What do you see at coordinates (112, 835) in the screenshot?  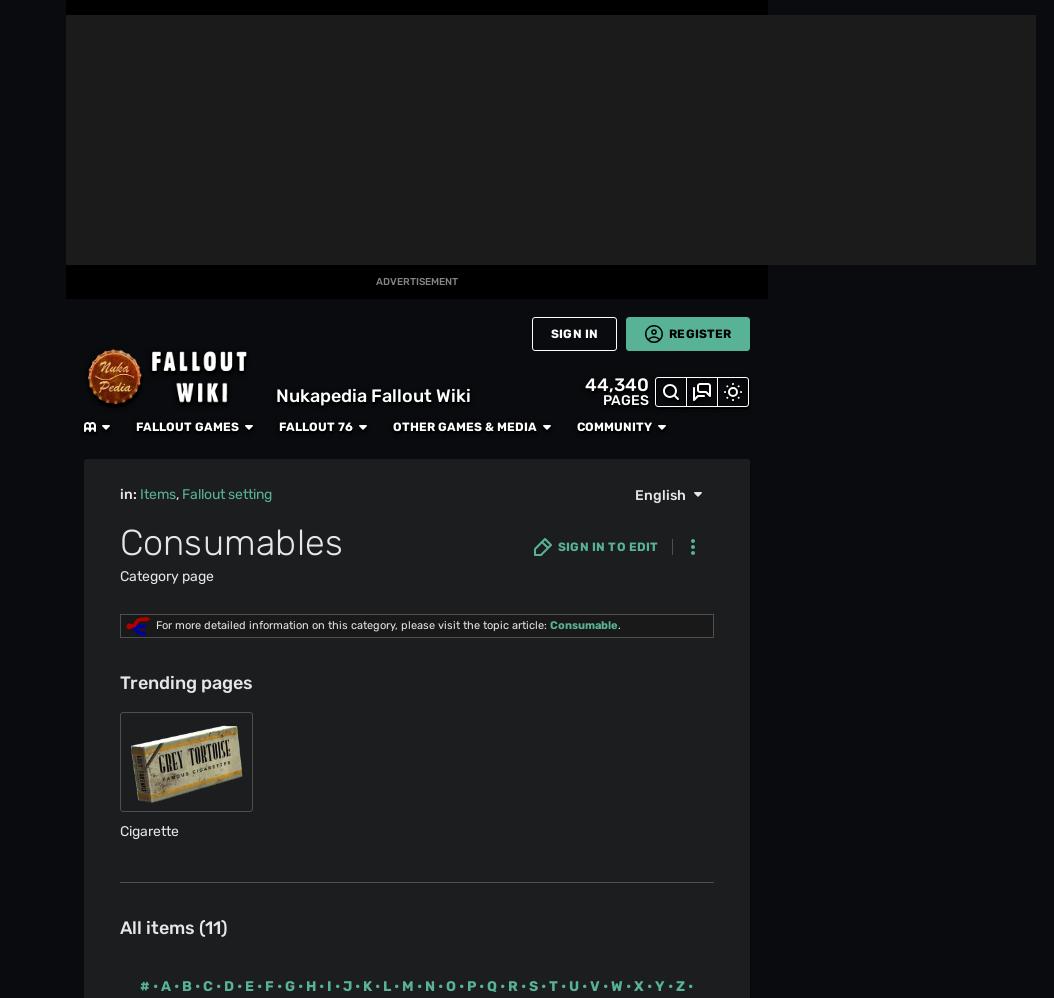 I see `'Muthead'` at bounding box center [112, 835].